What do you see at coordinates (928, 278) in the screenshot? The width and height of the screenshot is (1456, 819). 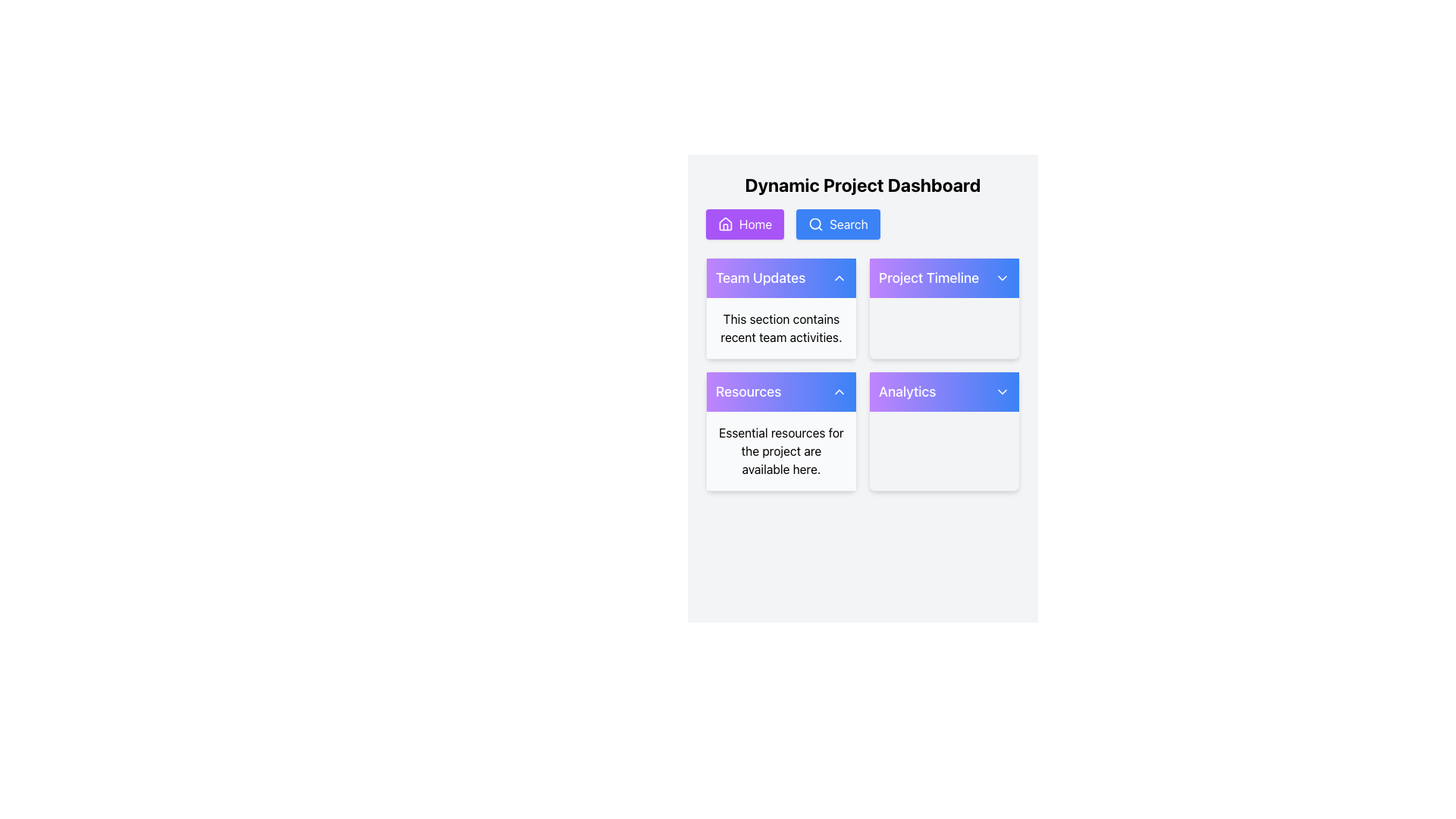 I see `the 'Project Timeline' text component, which displays the title in white font on a gradient background from purple to blue, located at the top of the Project Timeline card` at bounding box center [928, 278].